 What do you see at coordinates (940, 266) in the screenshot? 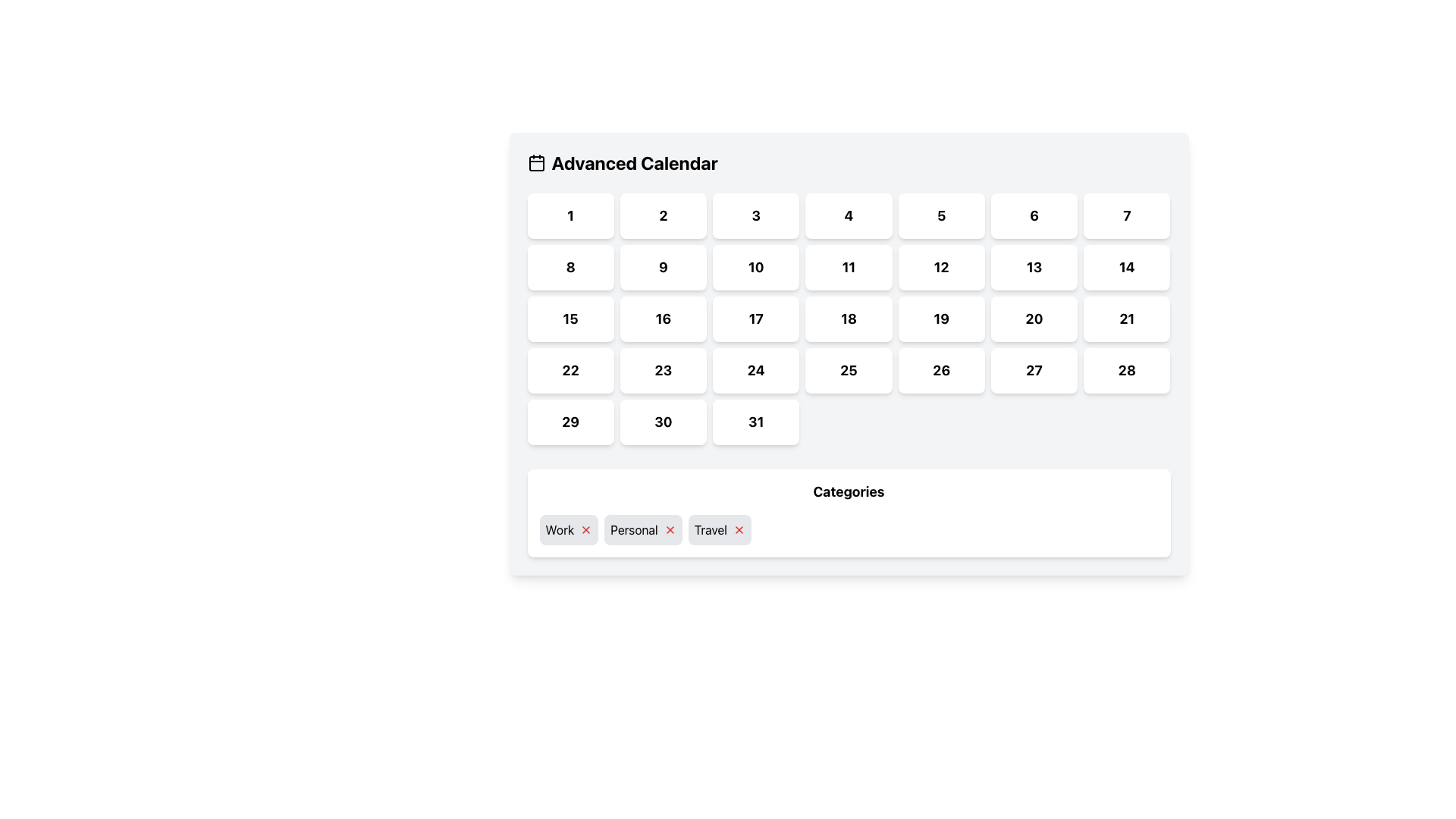
I see `the non-interactive text element displaying the day number '12' in the calendar grid under 'Advanced Calendar', which is visually highlighted among adjacent cells` at bounding box center [940, 266].